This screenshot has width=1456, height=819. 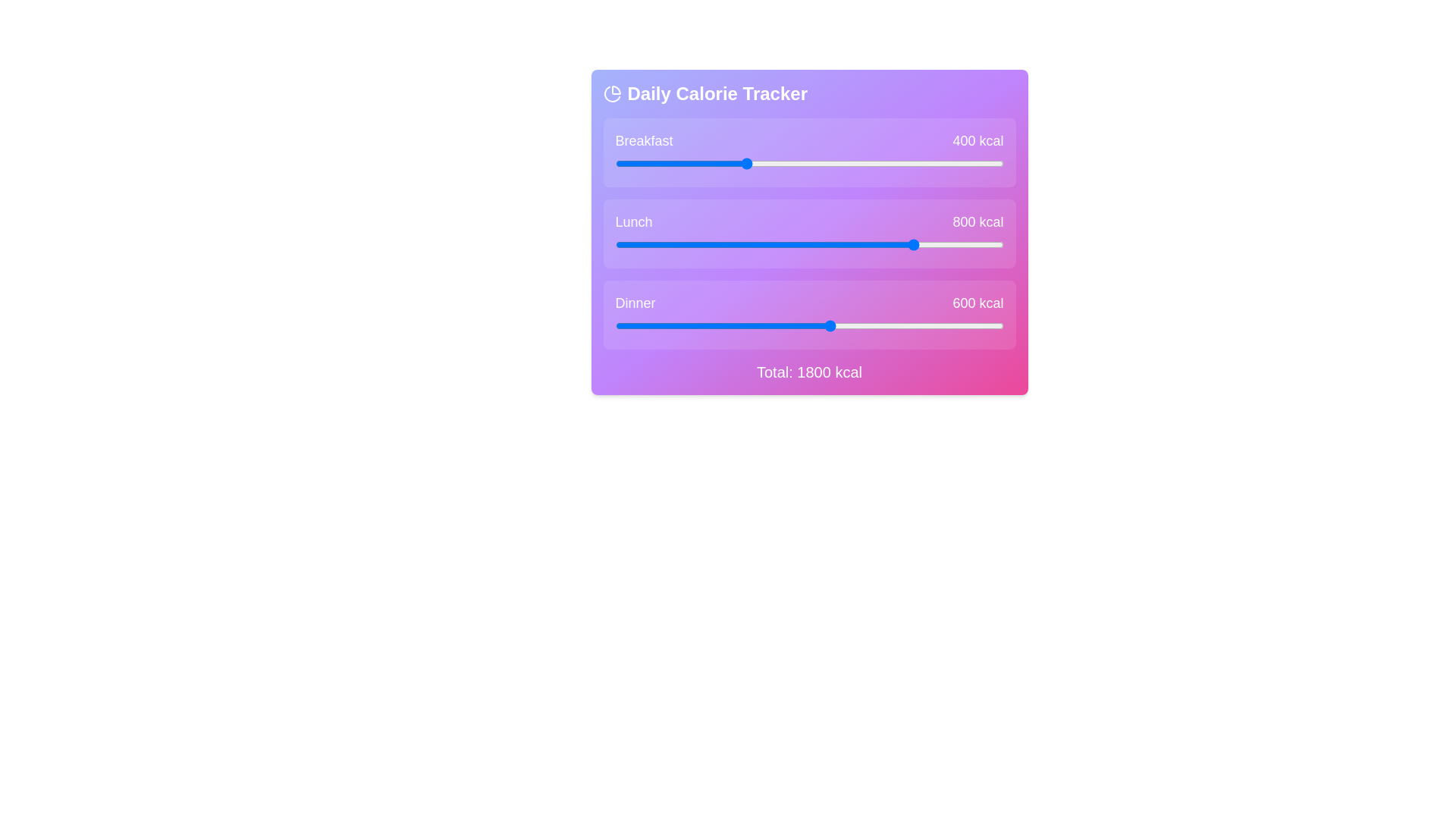 What do you see at coordinates (667, 164) in the screenshot?
I see `the breakfast calorie value` at bounding box center [667, 164].